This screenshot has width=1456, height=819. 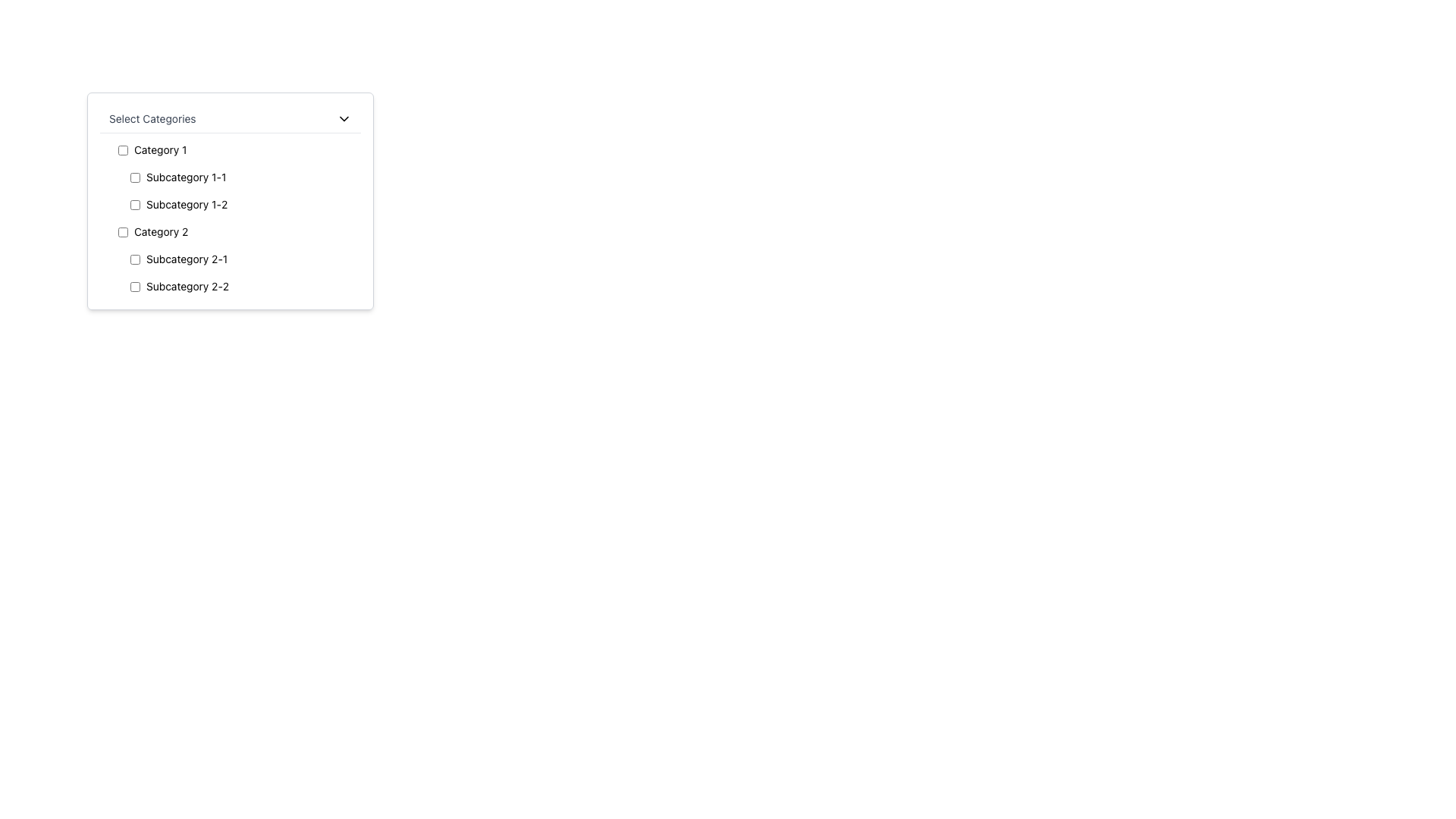 What do you see at coordinates (229, 218) in the screenshot?
I see `the checkbox list element` at bounding box center [229, 218].